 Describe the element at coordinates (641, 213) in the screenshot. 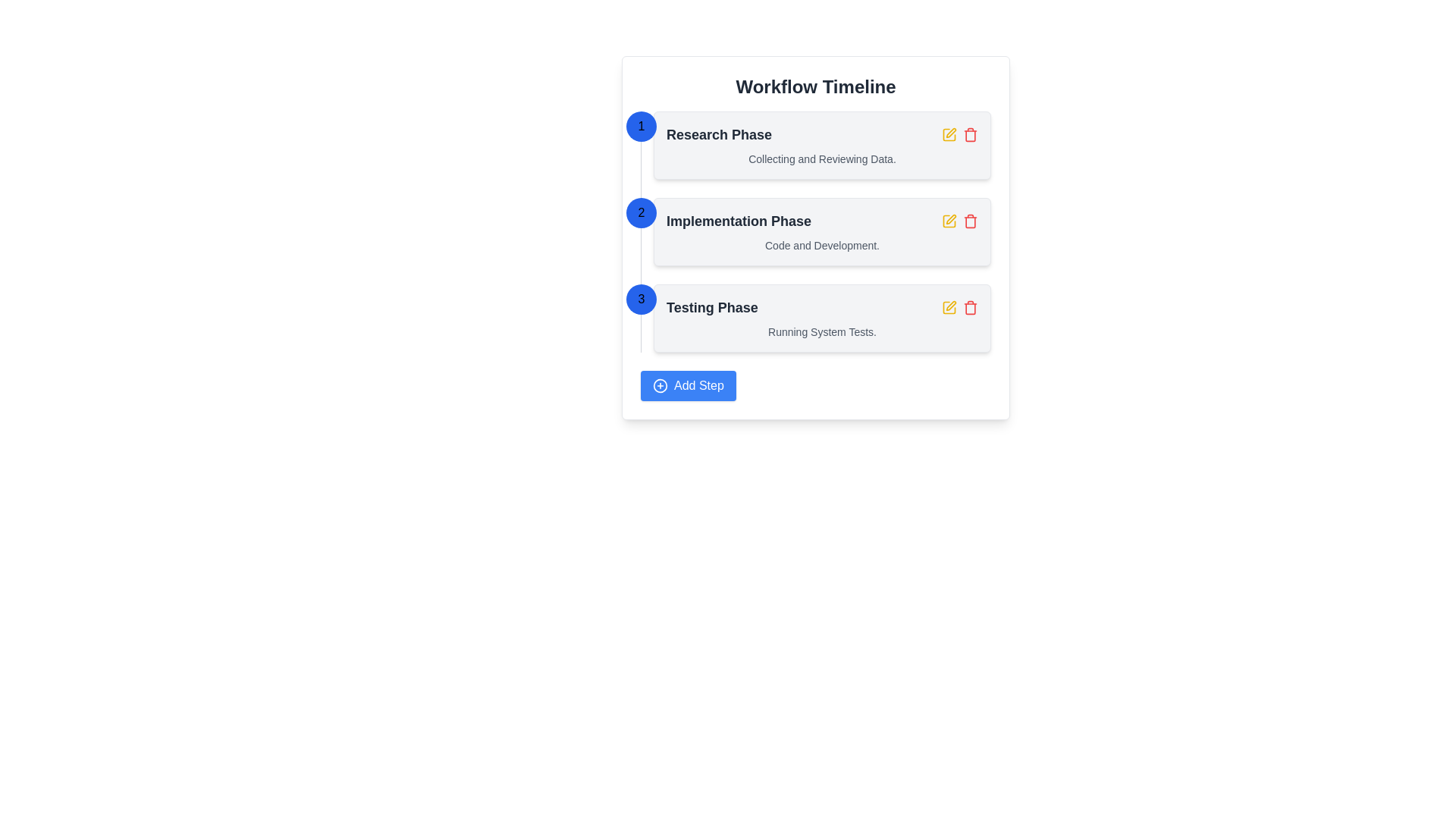

I see `the circular badge with a blue background and white text displaying the number '2', located to the left of the 'Implementation Phase' section header in the workflow timeline` at that location.